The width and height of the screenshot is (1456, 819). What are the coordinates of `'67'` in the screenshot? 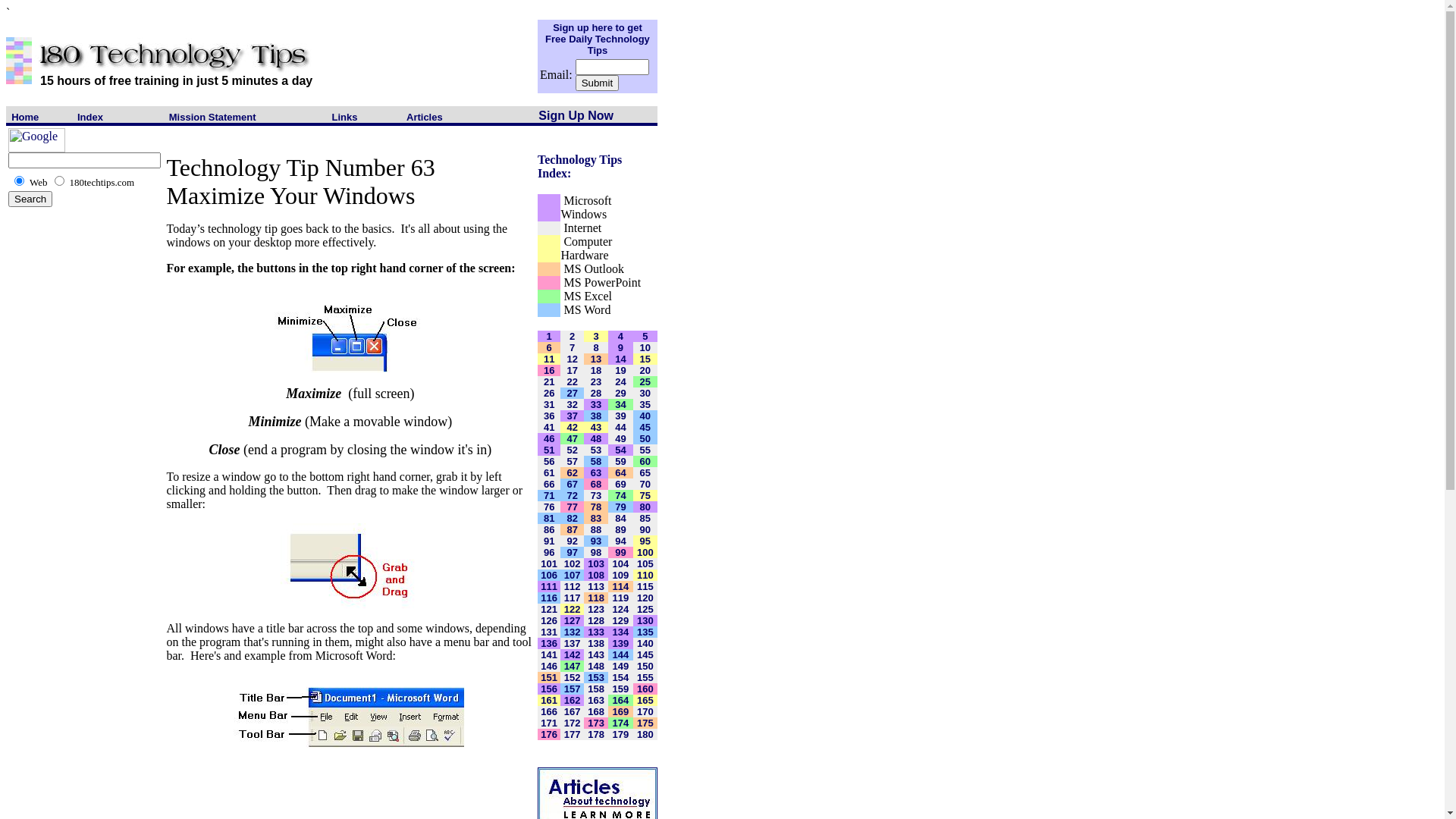 It's located at (570, 484).